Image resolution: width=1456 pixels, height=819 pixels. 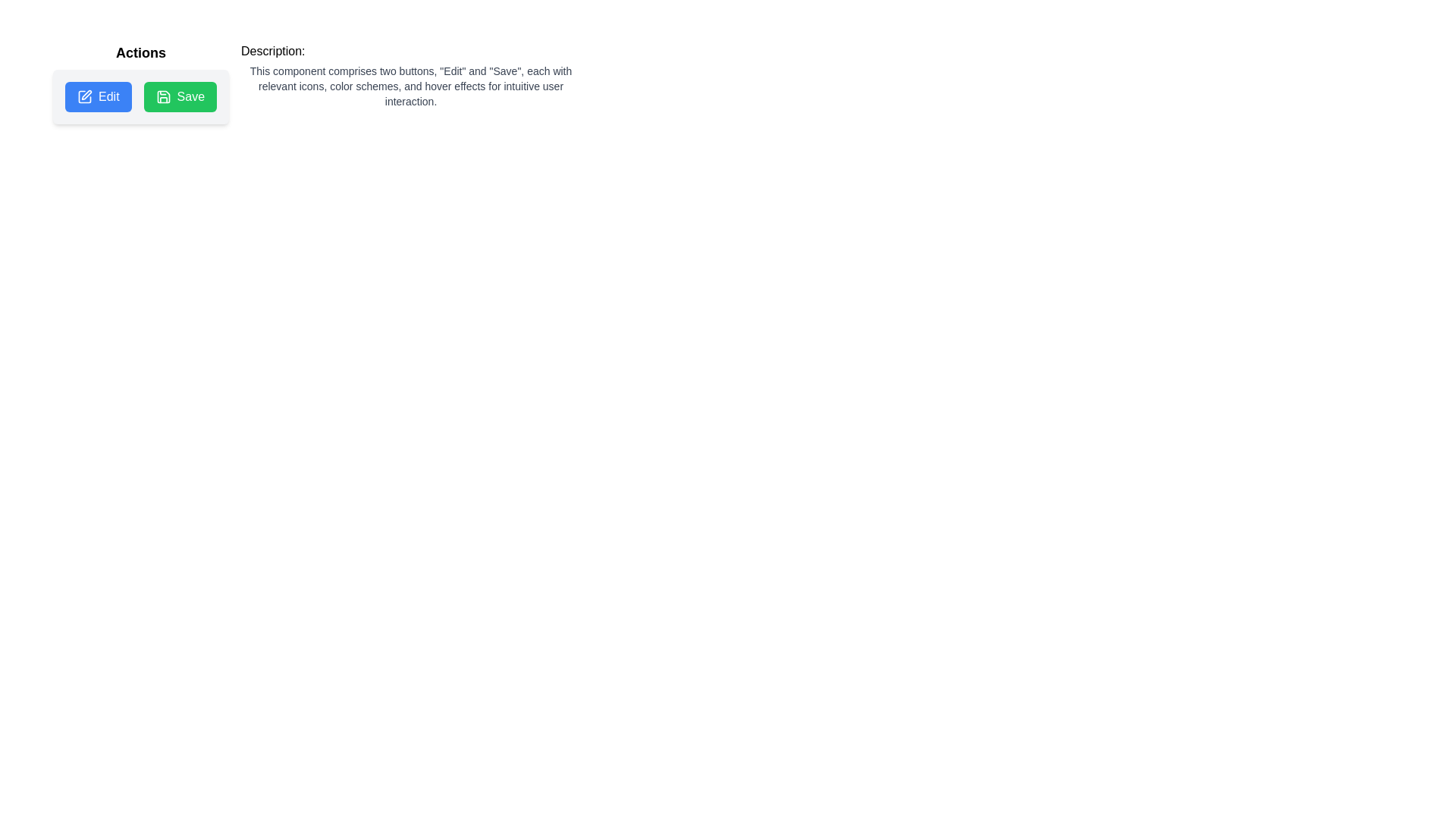 What do you see at coordinates (180, 96) in the screenshot?
I see `the 'Save' button, which is the second button from the left in a group of buttons` at bounding box center [180, 96].